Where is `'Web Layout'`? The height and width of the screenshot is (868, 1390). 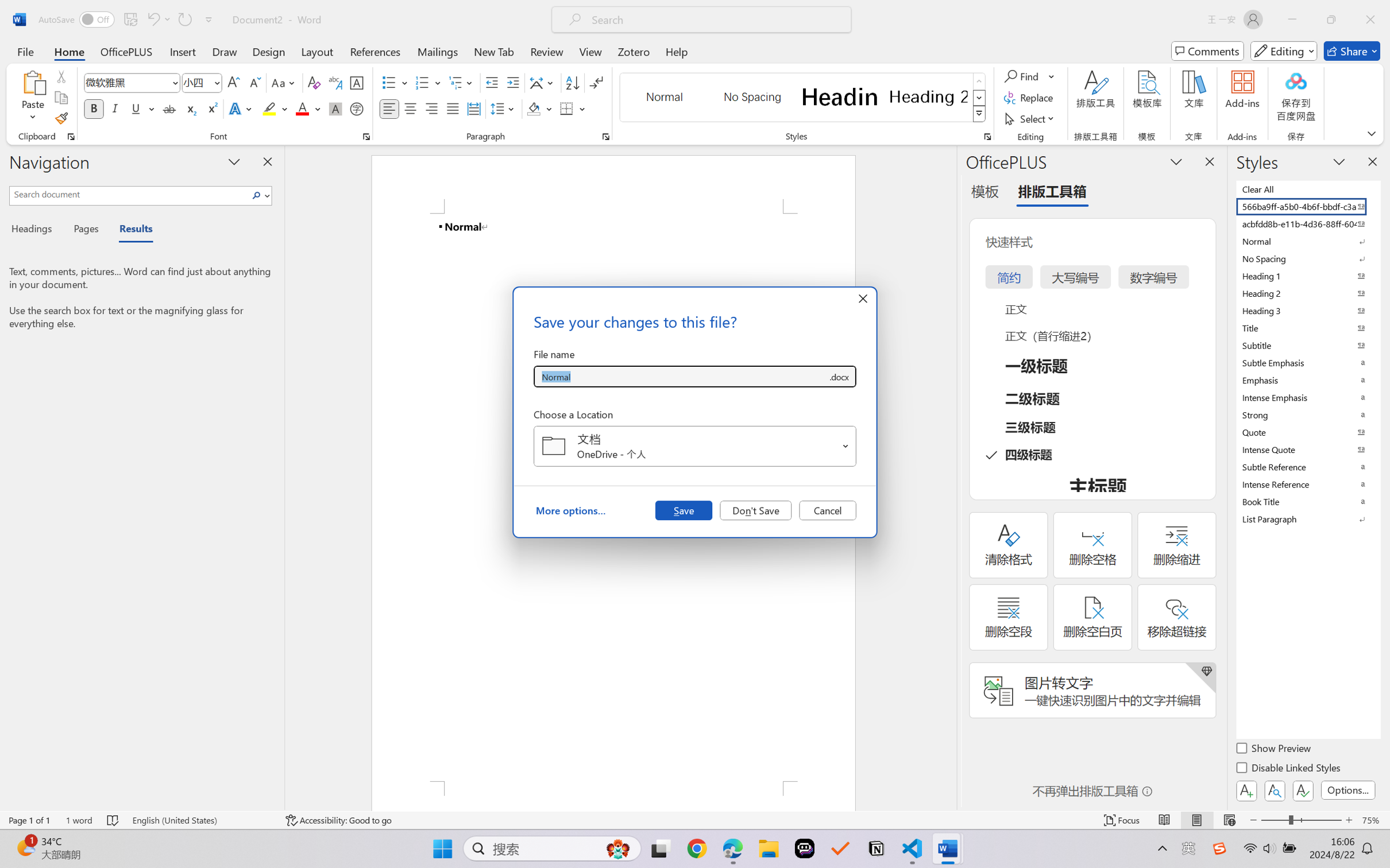 'Web Layout' is located at coordinates (1229, 820).